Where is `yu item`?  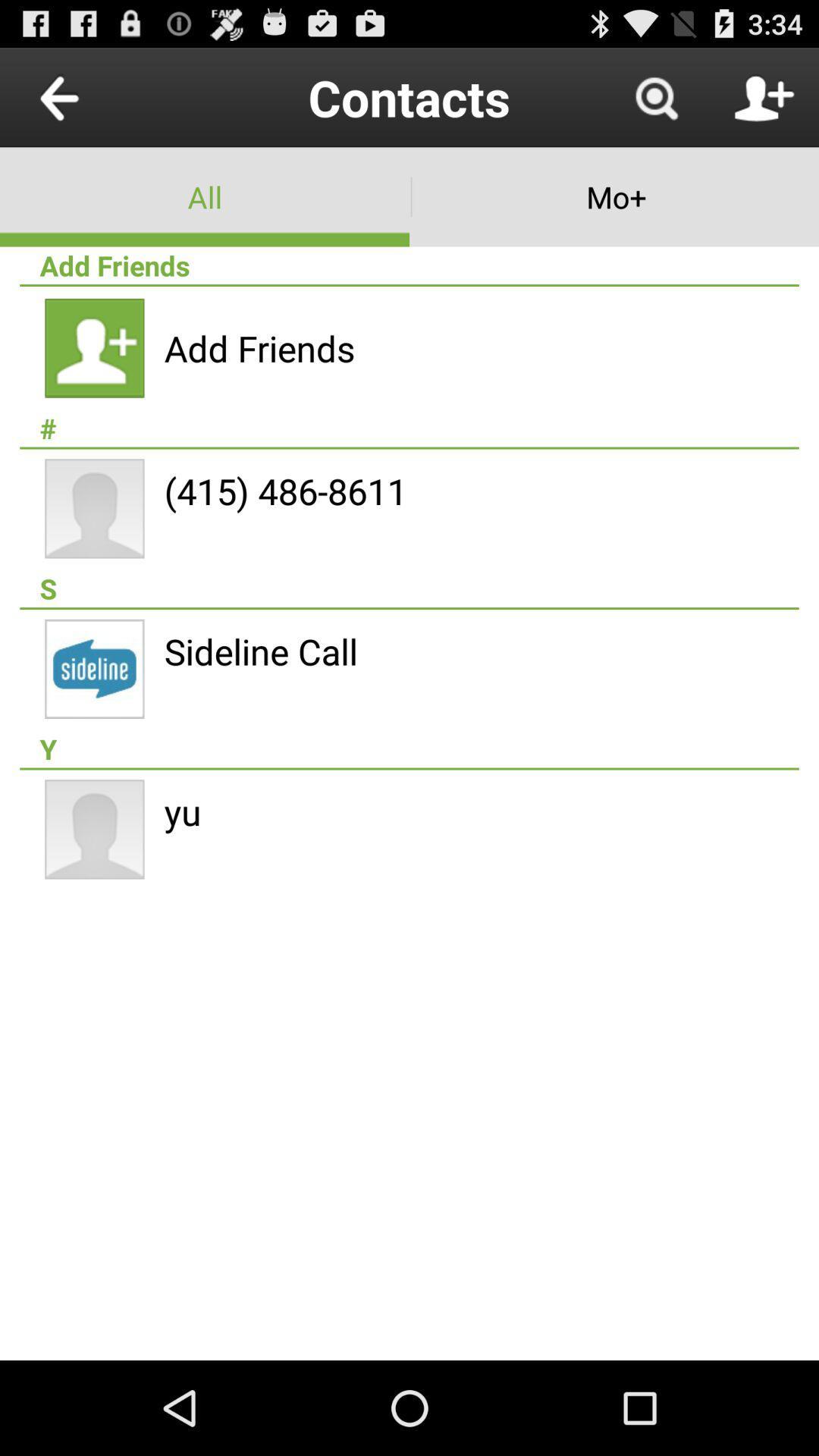
yu item is located at coordinates (182, 811).